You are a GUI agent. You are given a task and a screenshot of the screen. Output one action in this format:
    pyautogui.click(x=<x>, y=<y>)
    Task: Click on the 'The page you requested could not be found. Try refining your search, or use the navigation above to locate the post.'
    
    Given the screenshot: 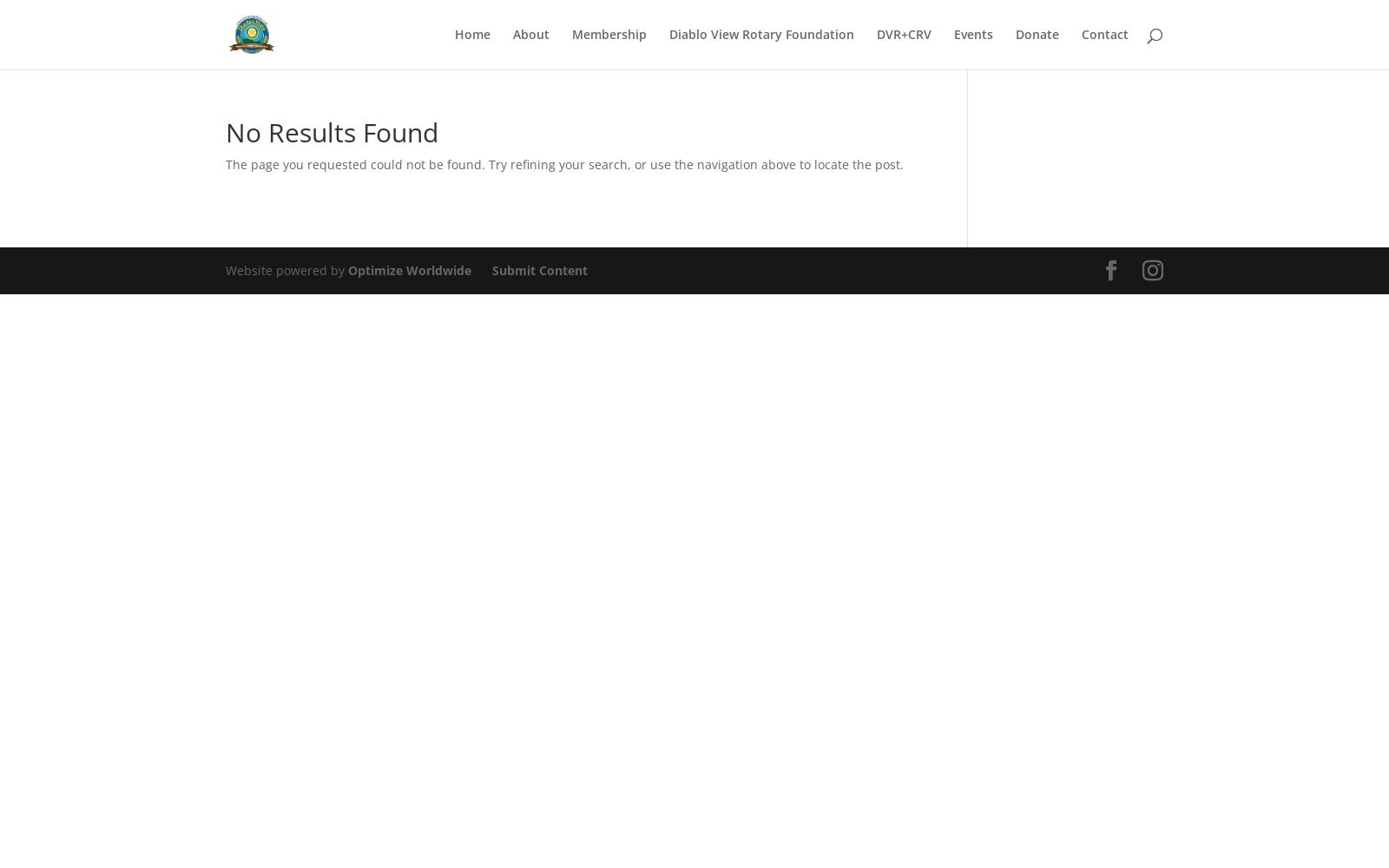 What is the action you would take?
    pyautogui.click(x=564, y=163)
    